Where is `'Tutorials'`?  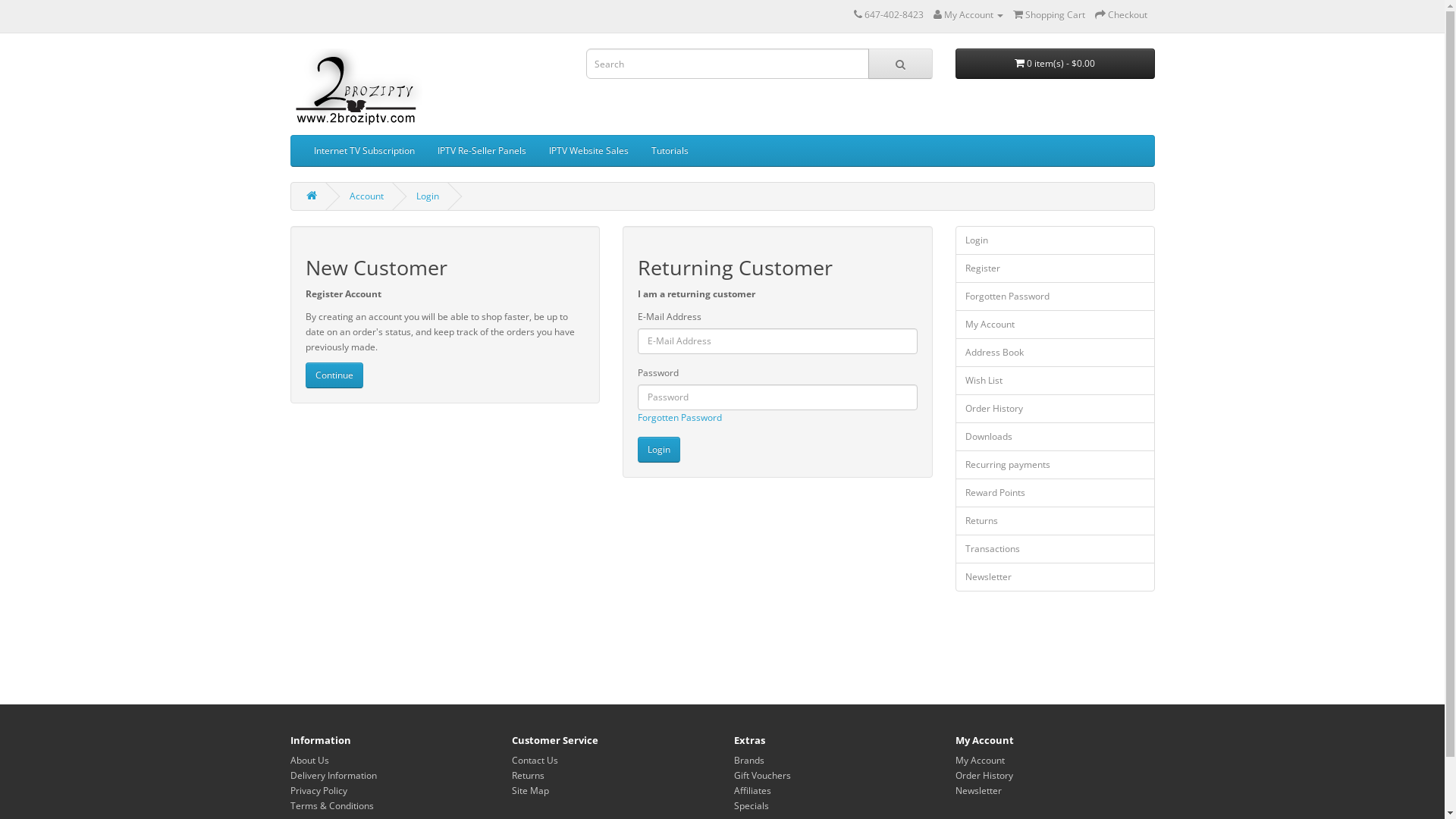 'Tutorials' is located at coordinates (669, 151).